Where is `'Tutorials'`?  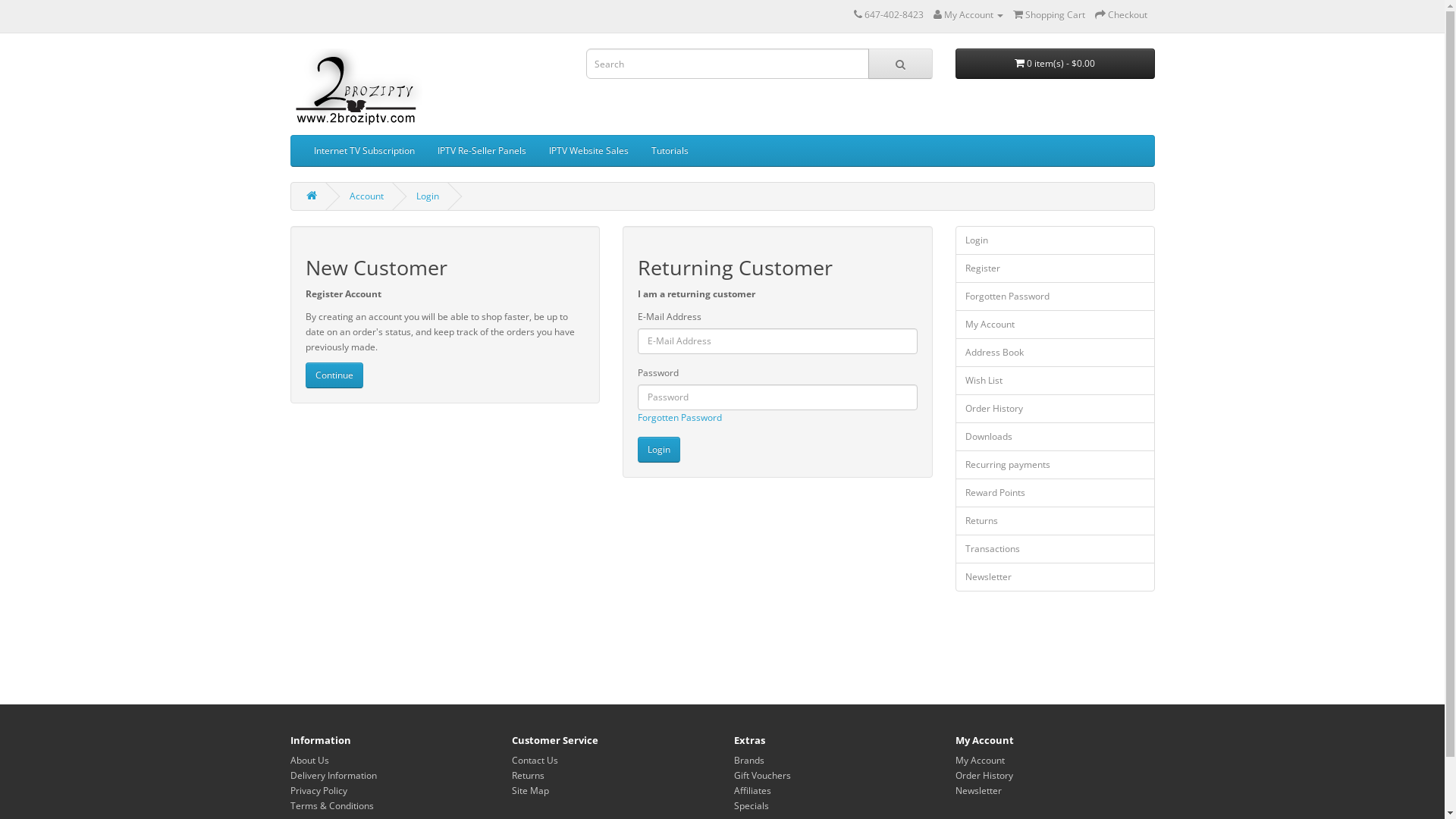 'Tutorials' is located at coordinates (669, 151).